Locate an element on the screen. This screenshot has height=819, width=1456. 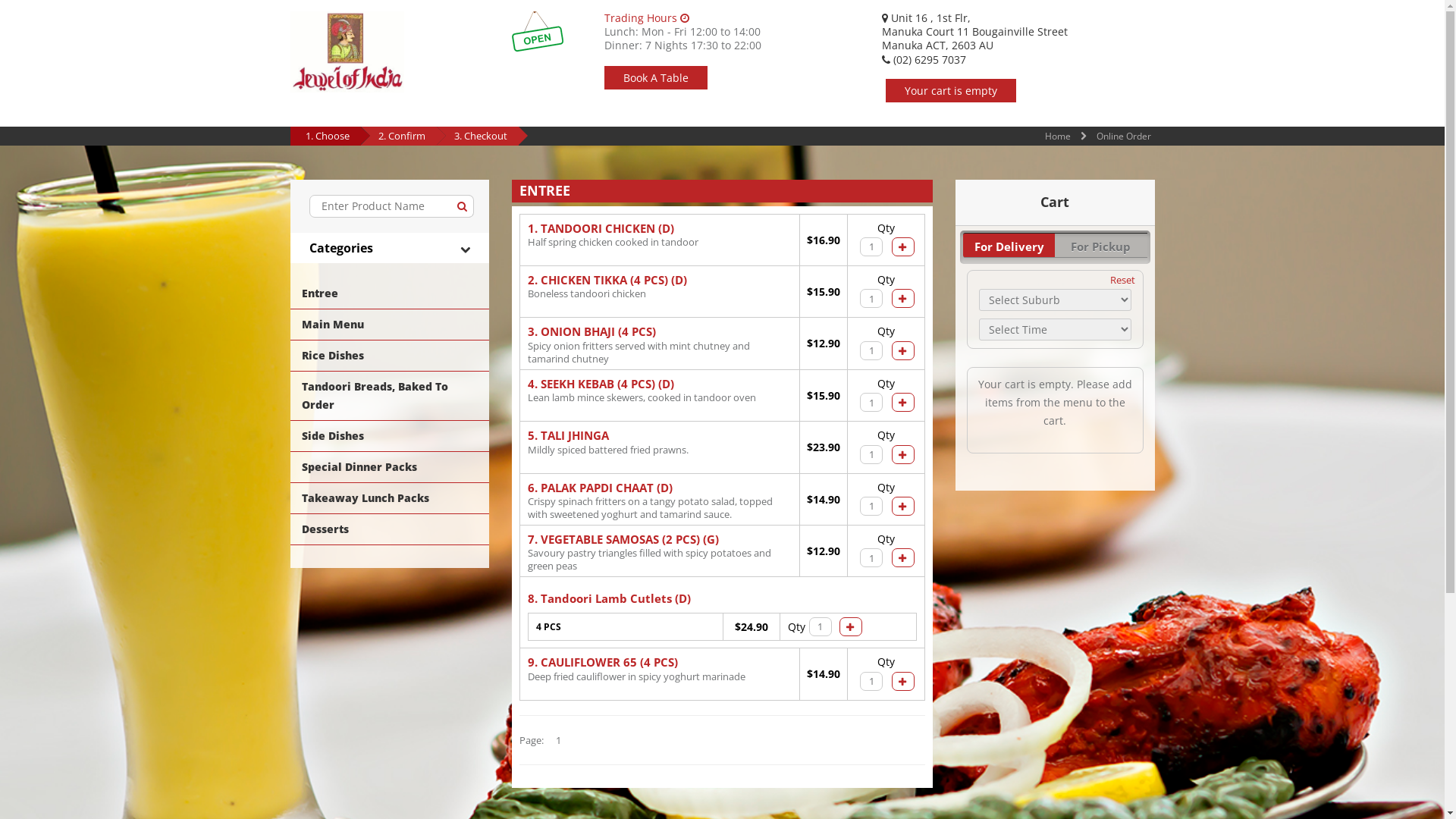
'1. Choose' is located at coordinates (326, 134).